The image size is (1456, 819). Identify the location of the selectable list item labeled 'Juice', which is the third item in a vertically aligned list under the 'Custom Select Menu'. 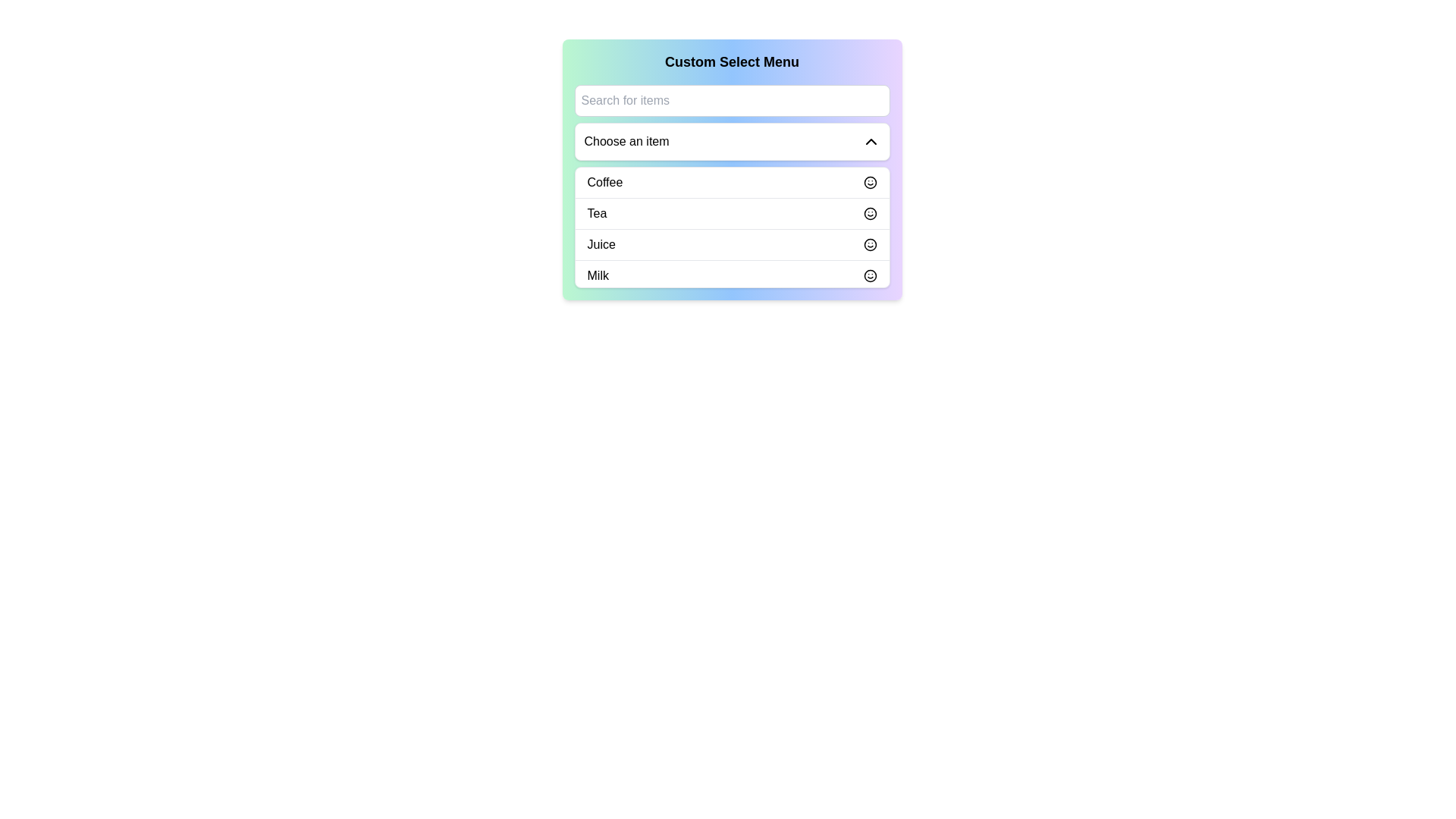
(732, 243).